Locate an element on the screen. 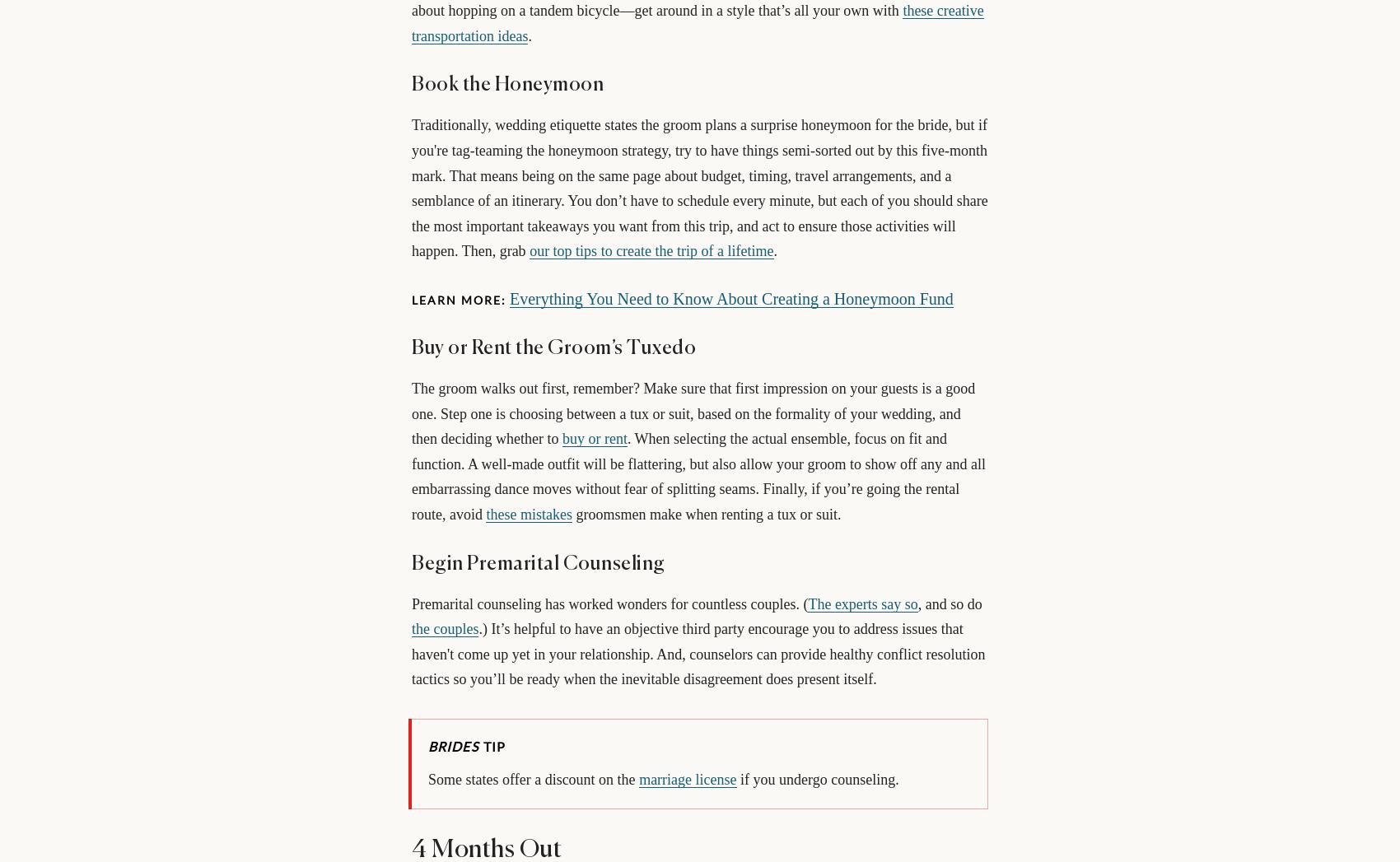 This screenshot has height=862, width=1400. 'marriage license' is located at coordinates (687, 778).